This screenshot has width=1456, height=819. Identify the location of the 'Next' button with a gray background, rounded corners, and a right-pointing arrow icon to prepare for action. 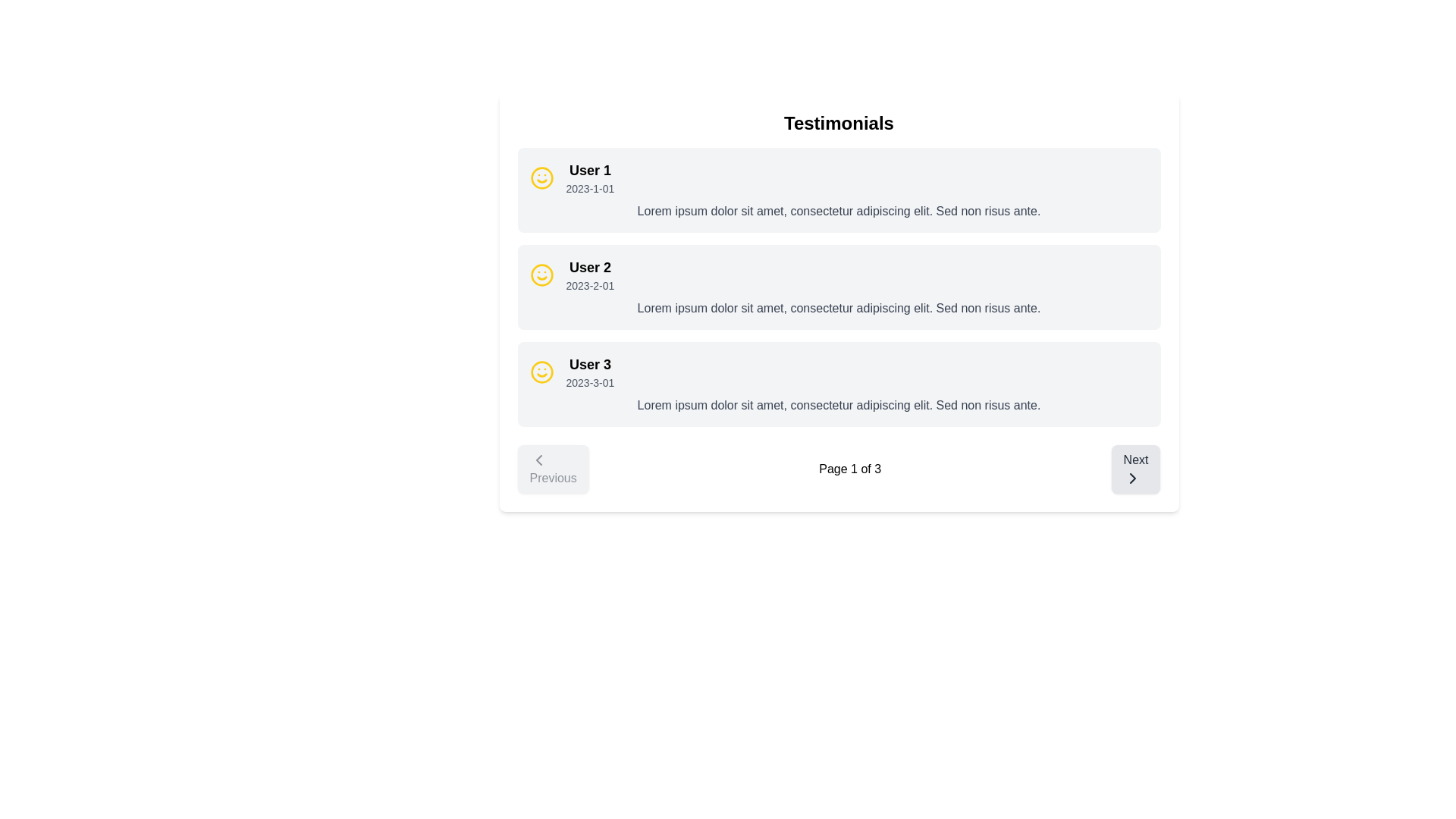
(1135, 468).